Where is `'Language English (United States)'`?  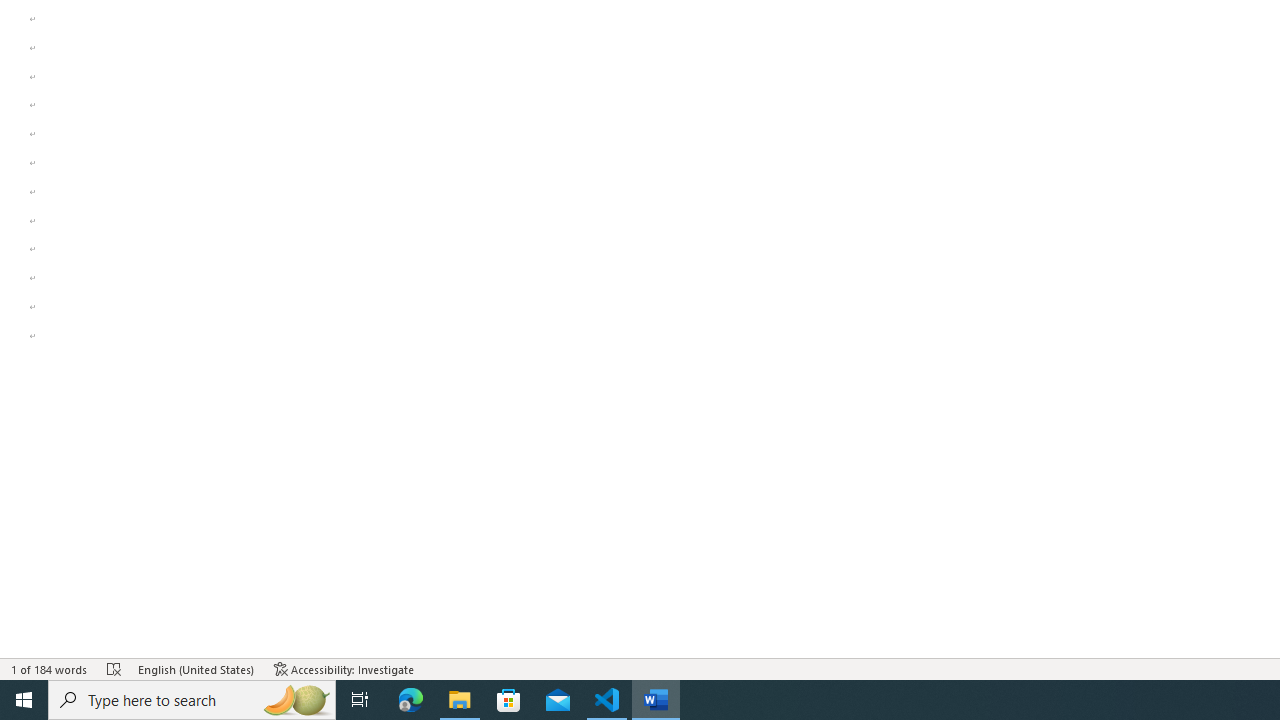 'Language English (United States)' is located at coordinates (196, 669).